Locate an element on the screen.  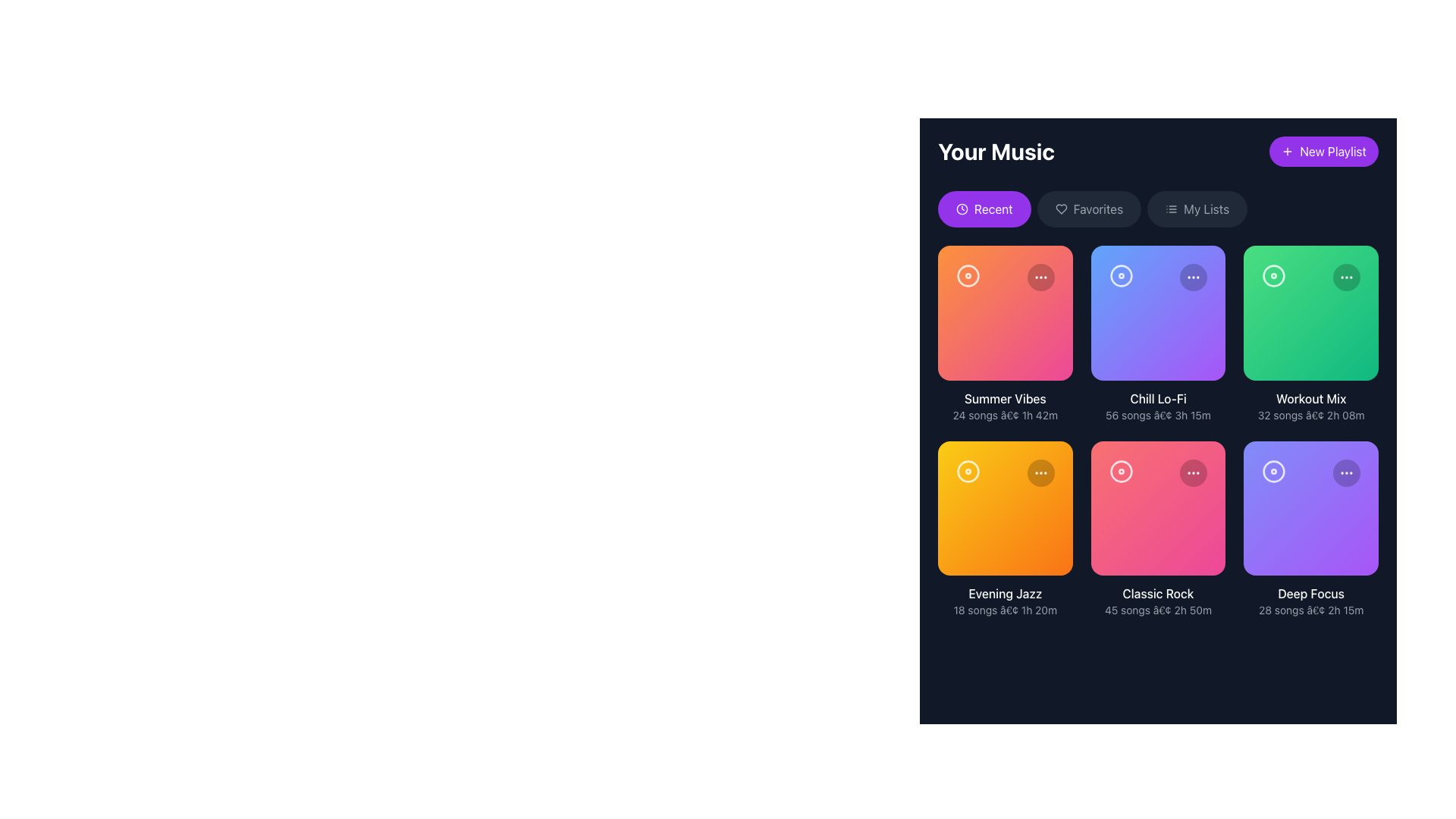
the circular button with a dark semi-transparent background and three white dots in the top-right corner of the 'Evening Jazz' orange card is located at coordinates (1040, 472).